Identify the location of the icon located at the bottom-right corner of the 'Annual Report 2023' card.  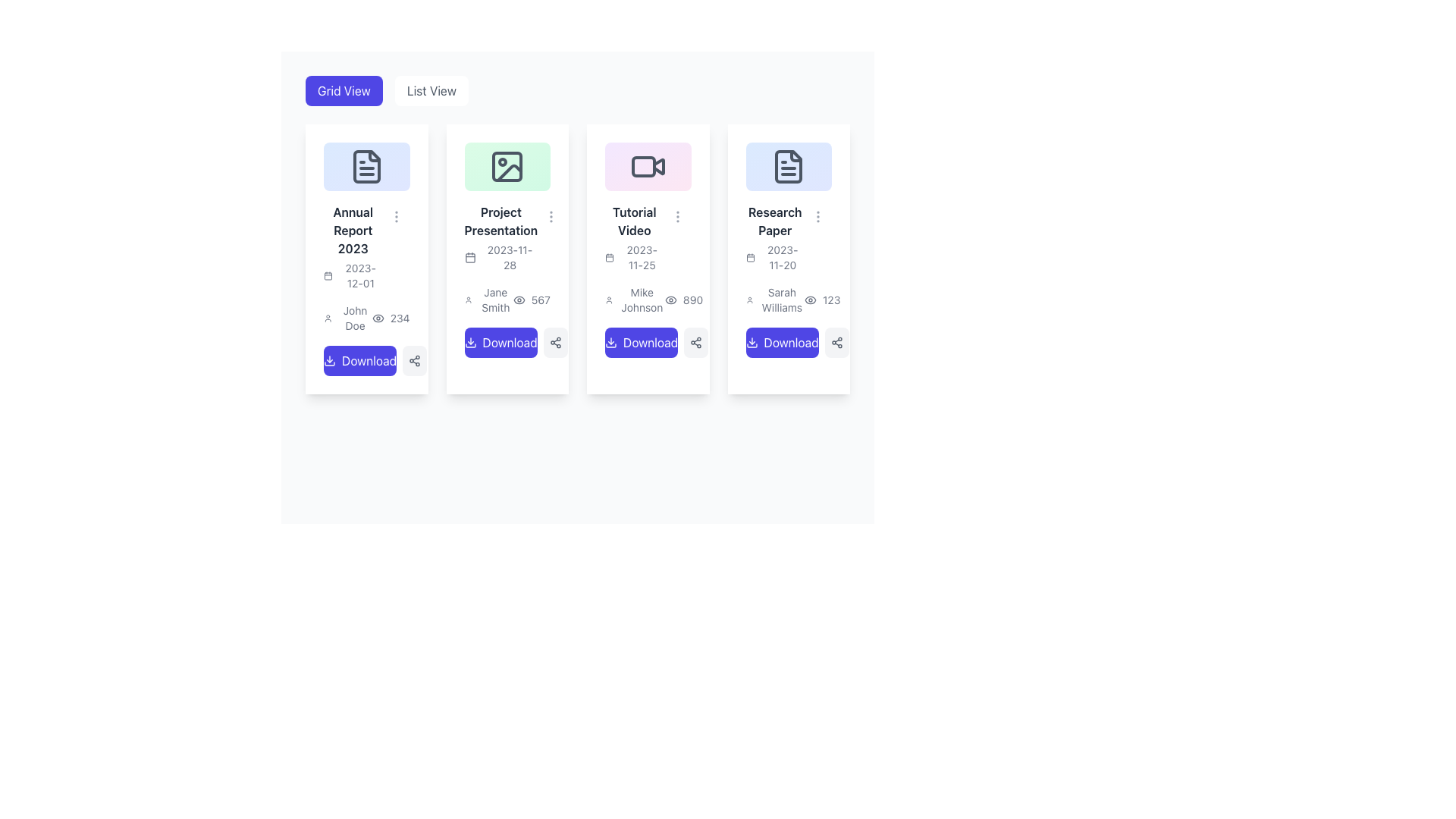
(415, 360).